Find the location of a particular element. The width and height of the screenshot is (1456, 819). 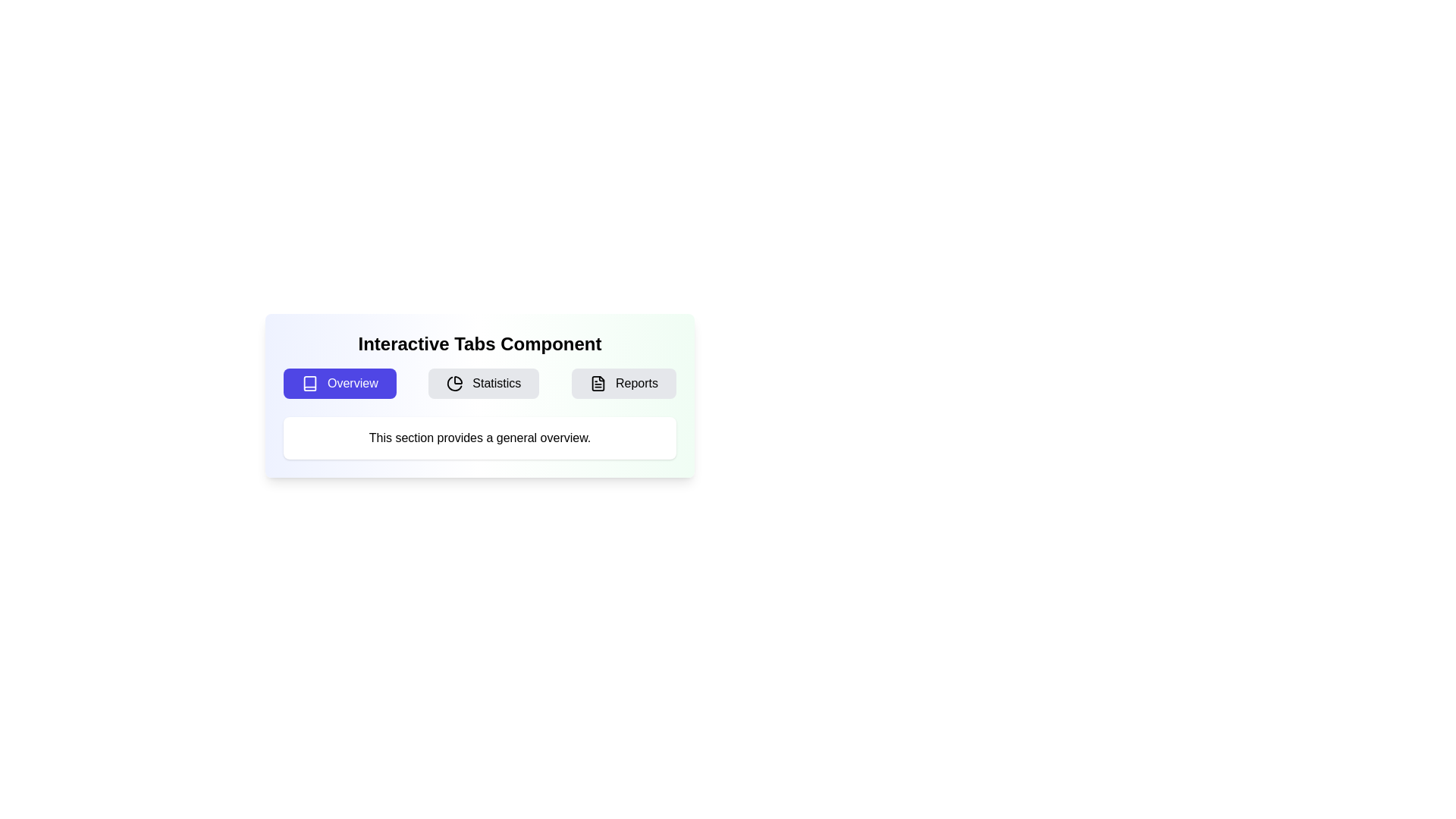

the document file icon represented in line art style with a folded corner, located within the 'Reports' tab is located at coordinates (597, 382).